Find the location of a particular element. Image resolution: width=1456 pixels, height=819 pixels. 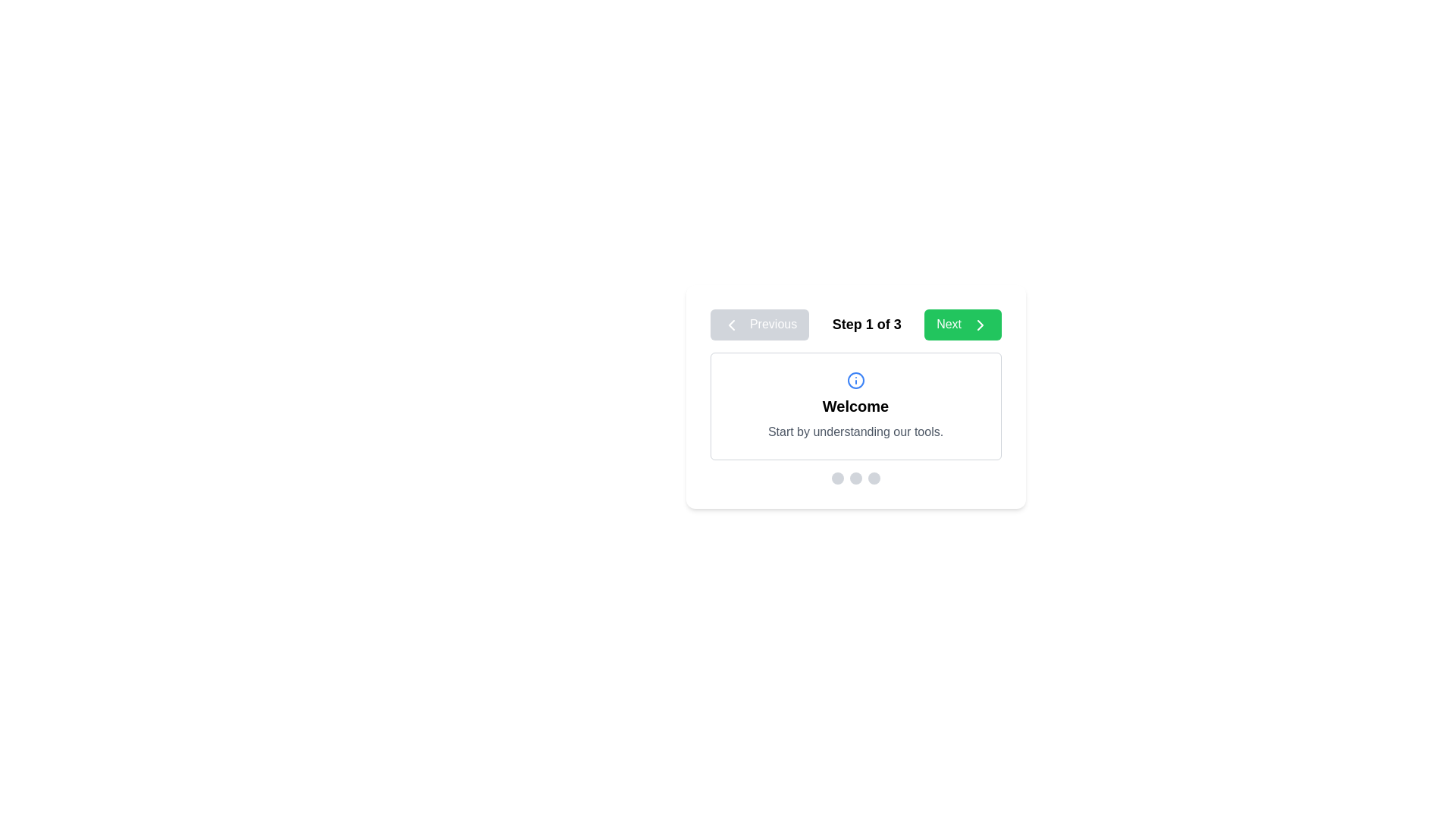

the Text label that indicates the current step within a multi-step process, located centrally in the navigation bar at the top of the section is located at coordinates (855, 324).